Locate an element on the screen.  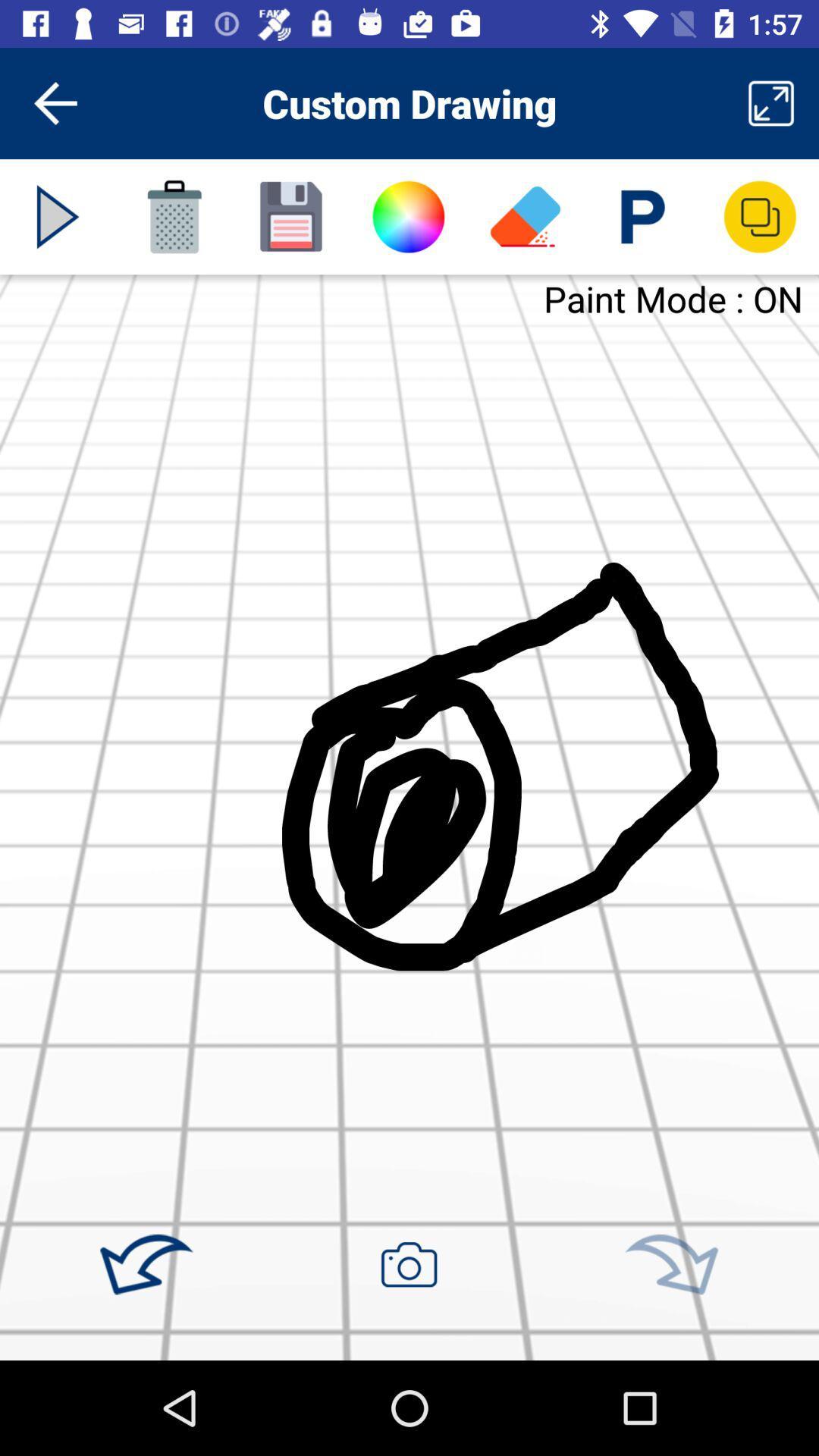
the avatar icon is located at coordinates (407, 216).